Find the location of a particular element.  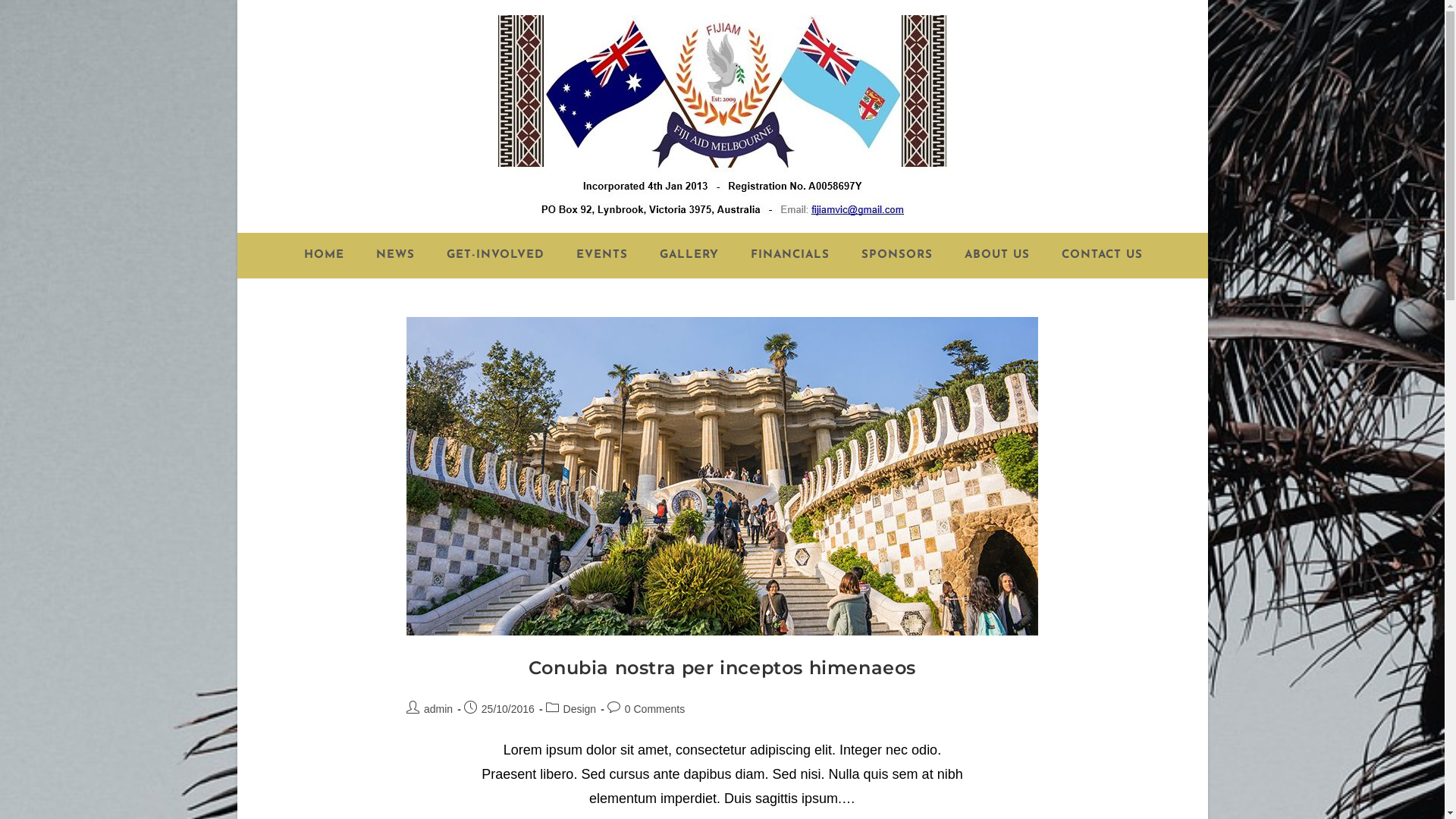

'NEWS' is located at coordinates (394, 254).